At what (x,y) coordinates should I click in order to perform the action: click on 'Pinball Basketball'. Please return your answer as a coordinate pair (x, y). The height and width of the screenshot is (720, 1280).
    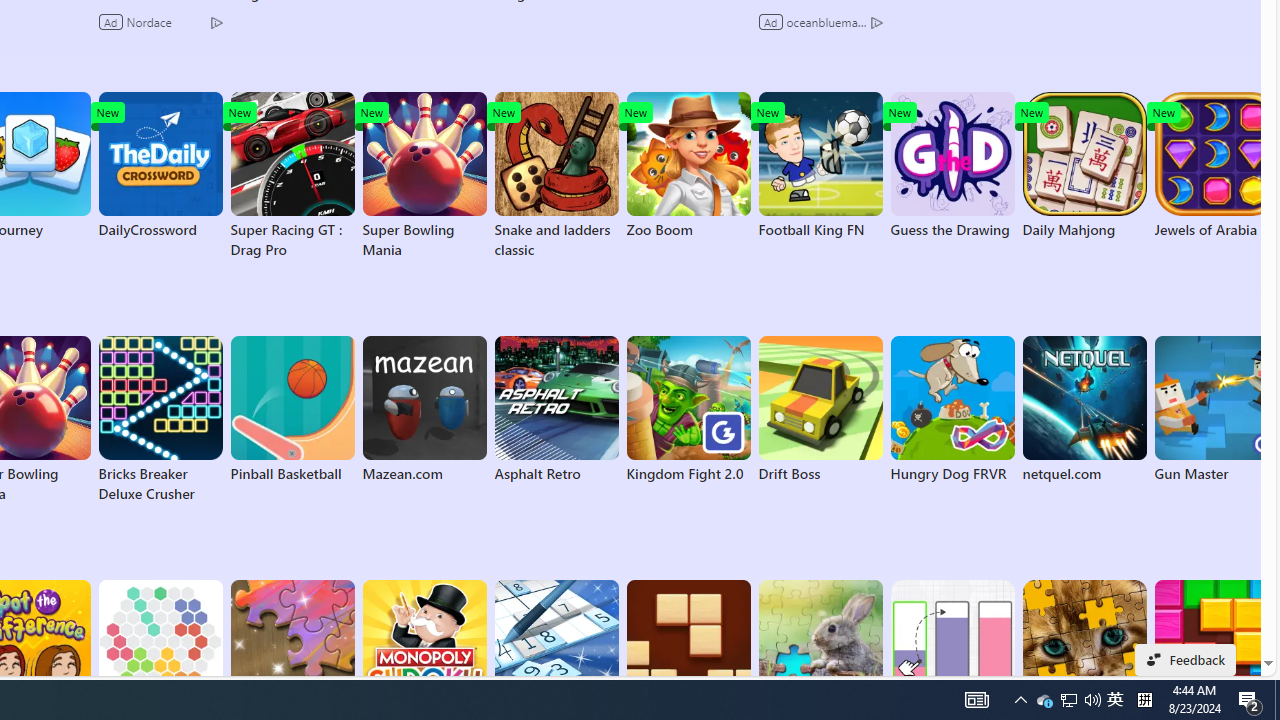
    Looking at the image, I should click on (291, 409).